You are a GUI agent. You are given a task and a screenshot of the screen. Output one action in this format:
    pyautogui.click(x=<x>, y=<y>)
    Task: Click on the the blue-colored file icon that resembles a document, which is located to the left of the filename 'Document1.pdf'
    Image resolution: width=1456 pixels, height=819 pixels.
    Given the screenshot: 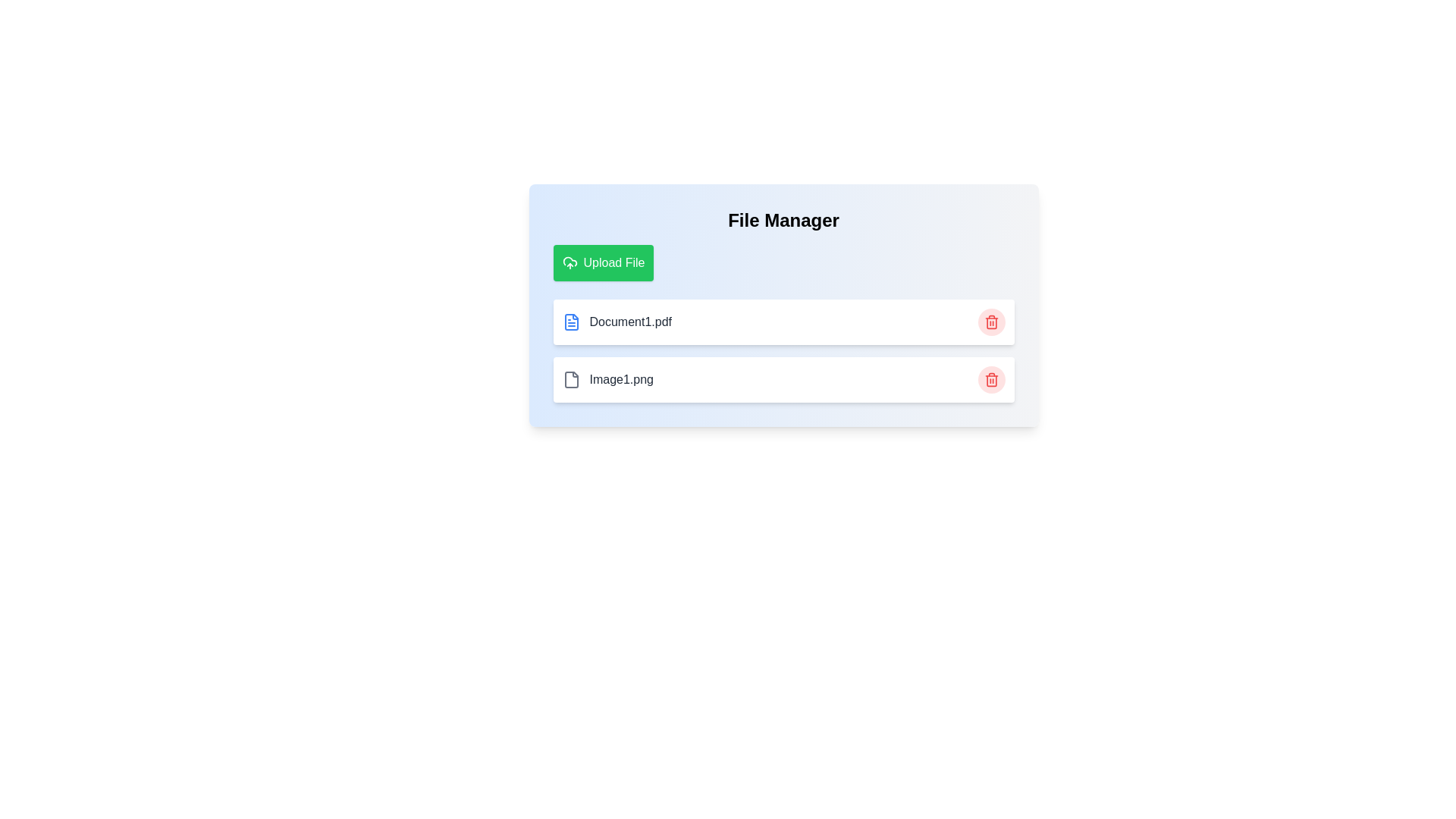 What is the action you would take?
    pyautogui.click(x=570, y=321)
    